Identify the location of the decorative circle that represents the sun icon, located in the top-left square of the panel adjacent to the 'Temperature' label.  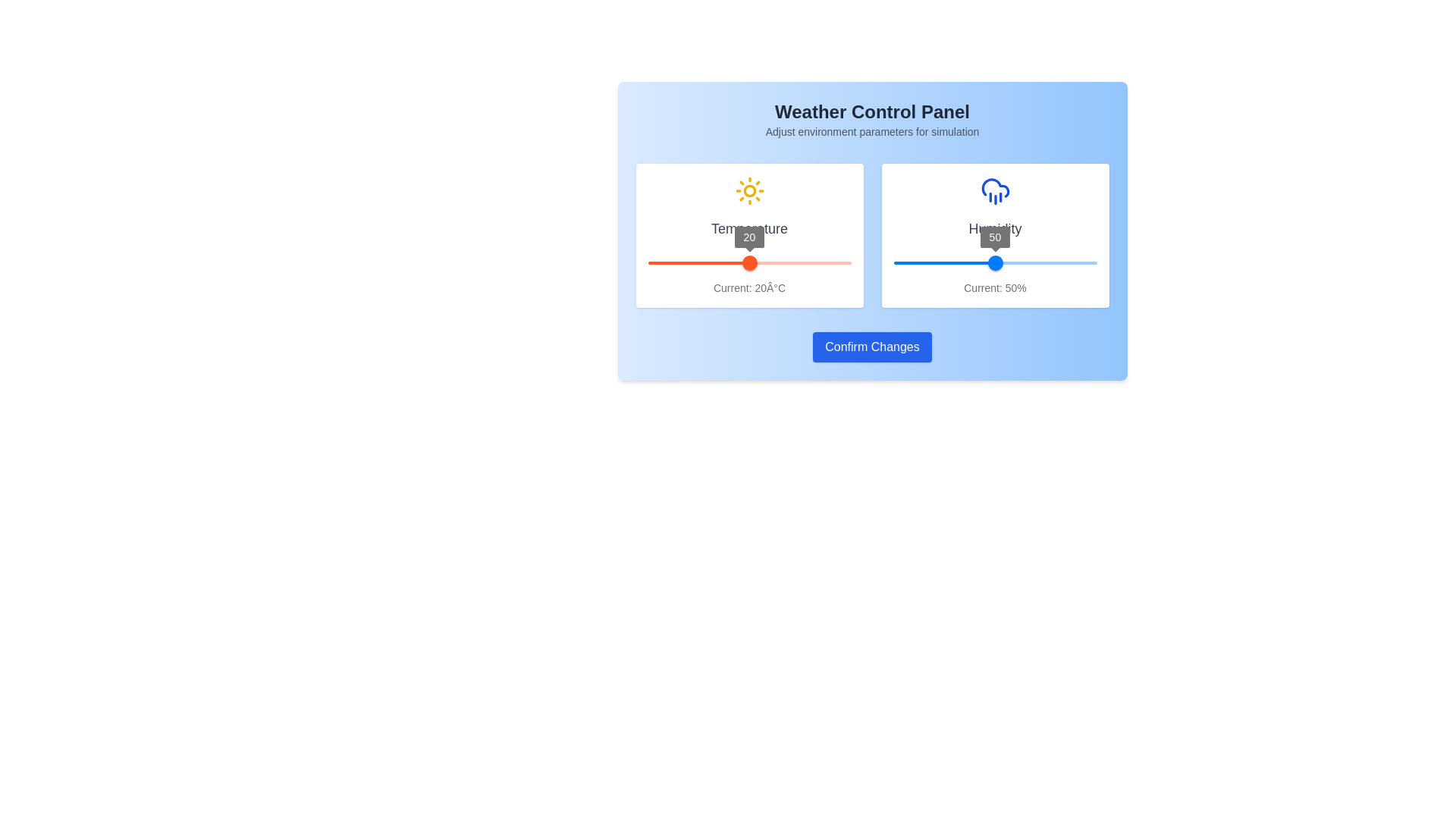
(749, 190).